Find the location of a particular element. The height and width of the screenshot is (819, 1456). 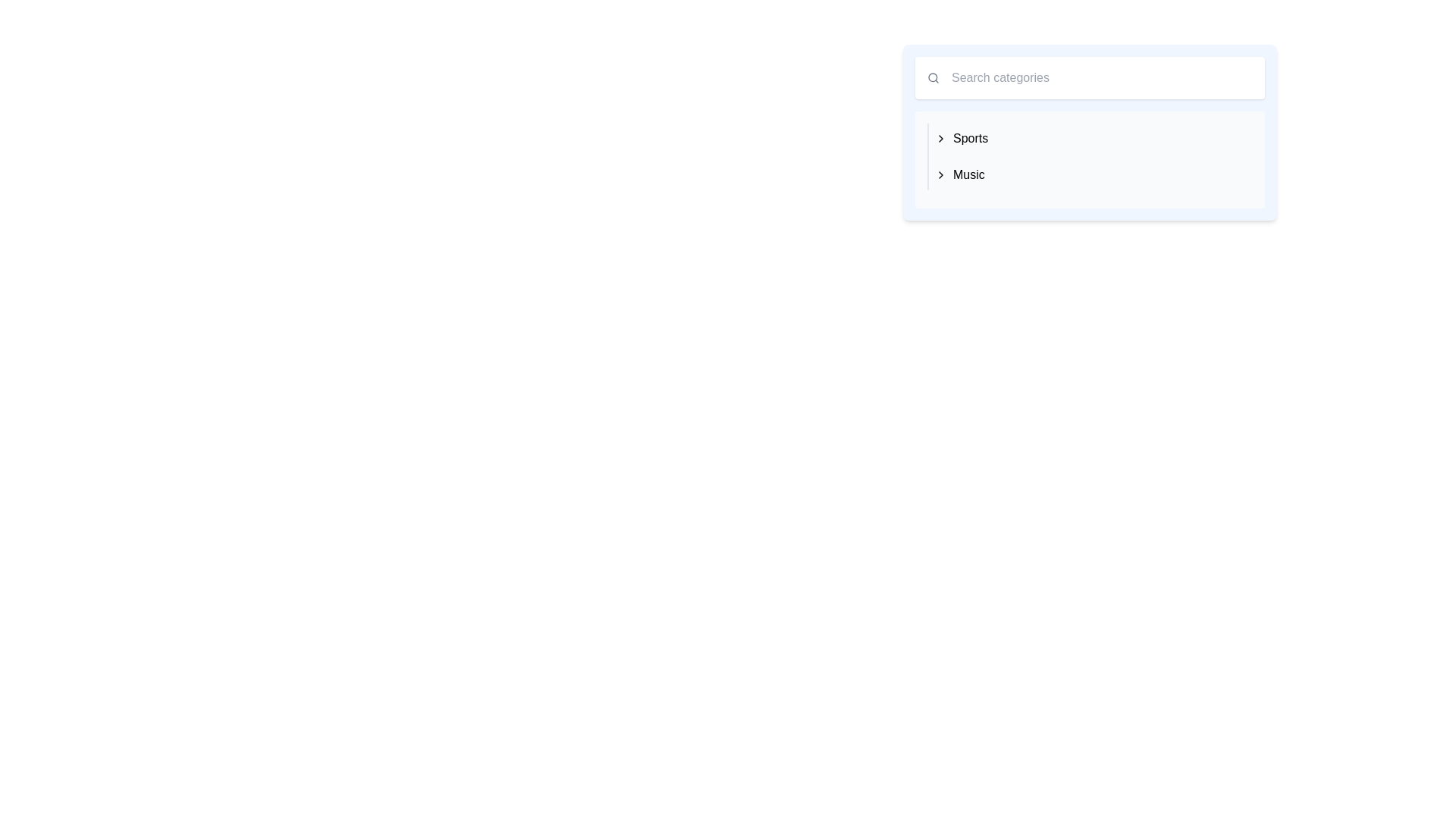

the chevron icon pointing to the right next to the 'Music' category is located at coordinates (940, 174).